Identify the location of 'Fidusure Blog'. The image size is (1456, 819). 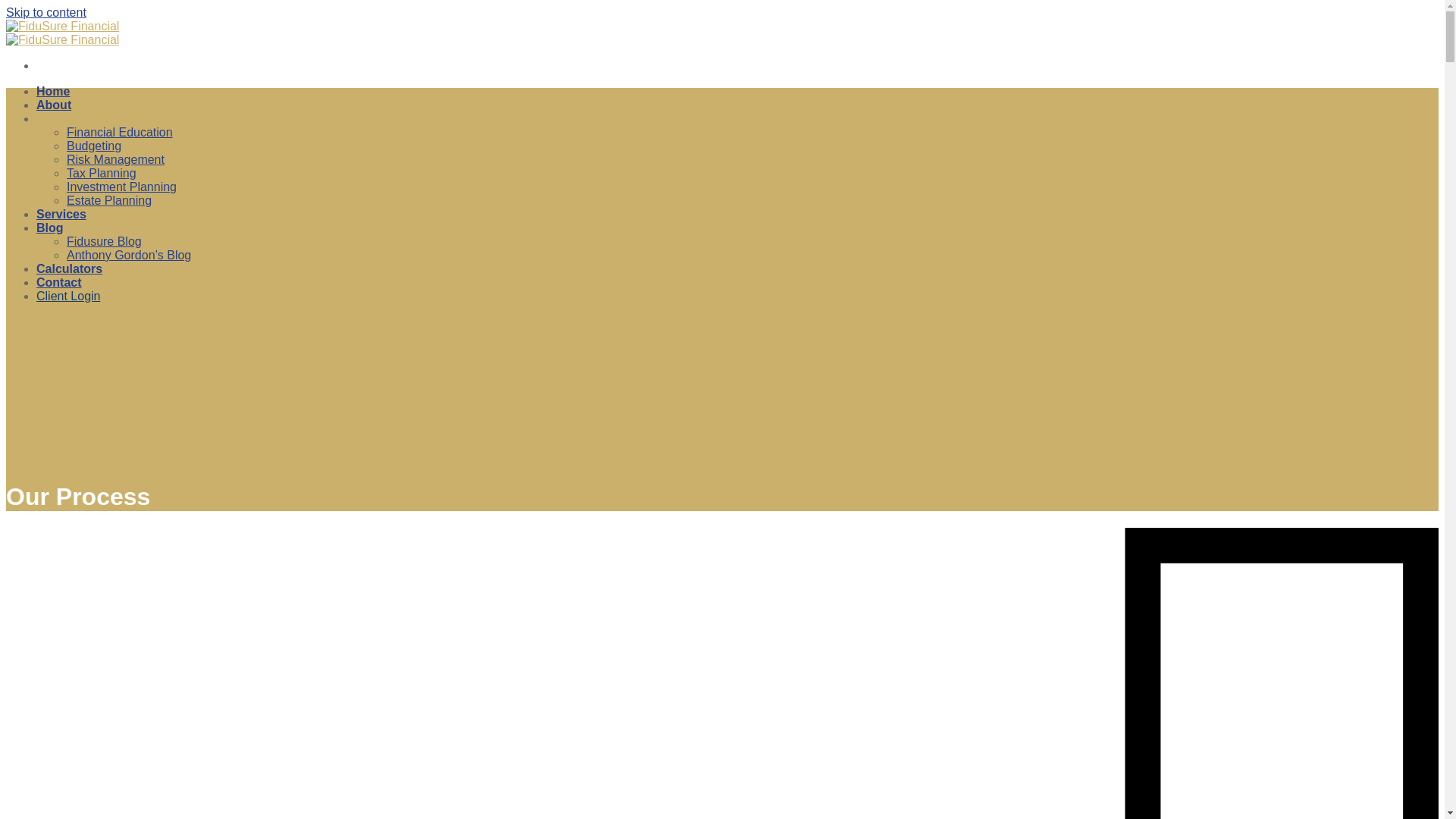
(103, 240).